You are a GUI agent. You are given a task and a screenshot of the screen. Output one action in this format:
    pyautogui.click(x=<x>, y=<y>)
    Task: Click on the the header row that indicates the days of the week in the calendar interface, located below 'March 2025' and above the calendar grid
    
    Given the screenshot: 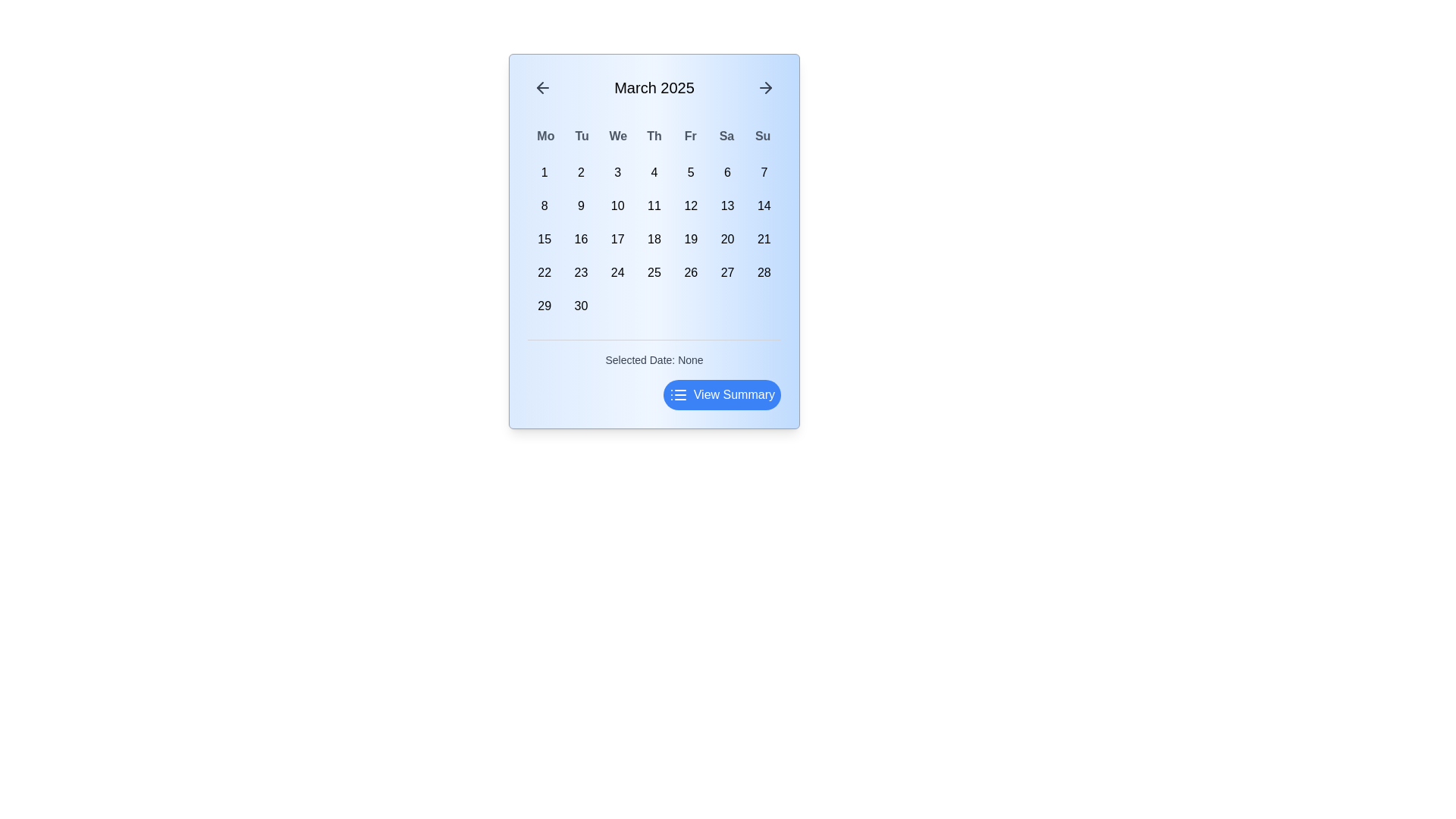 What is the action you would take?
    pyautogui.click(x=654, y=136)
    